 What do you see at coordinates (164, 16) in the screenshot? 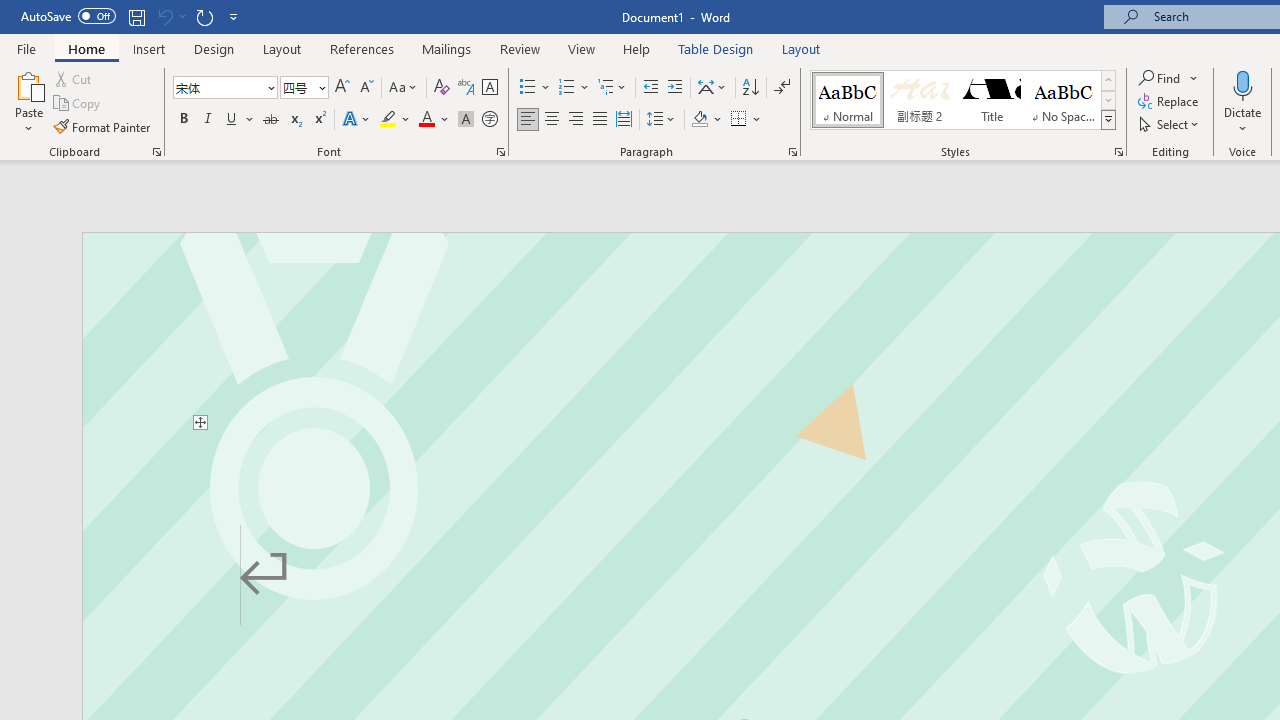
I see `'Can'` at bounding box center [164, 16].